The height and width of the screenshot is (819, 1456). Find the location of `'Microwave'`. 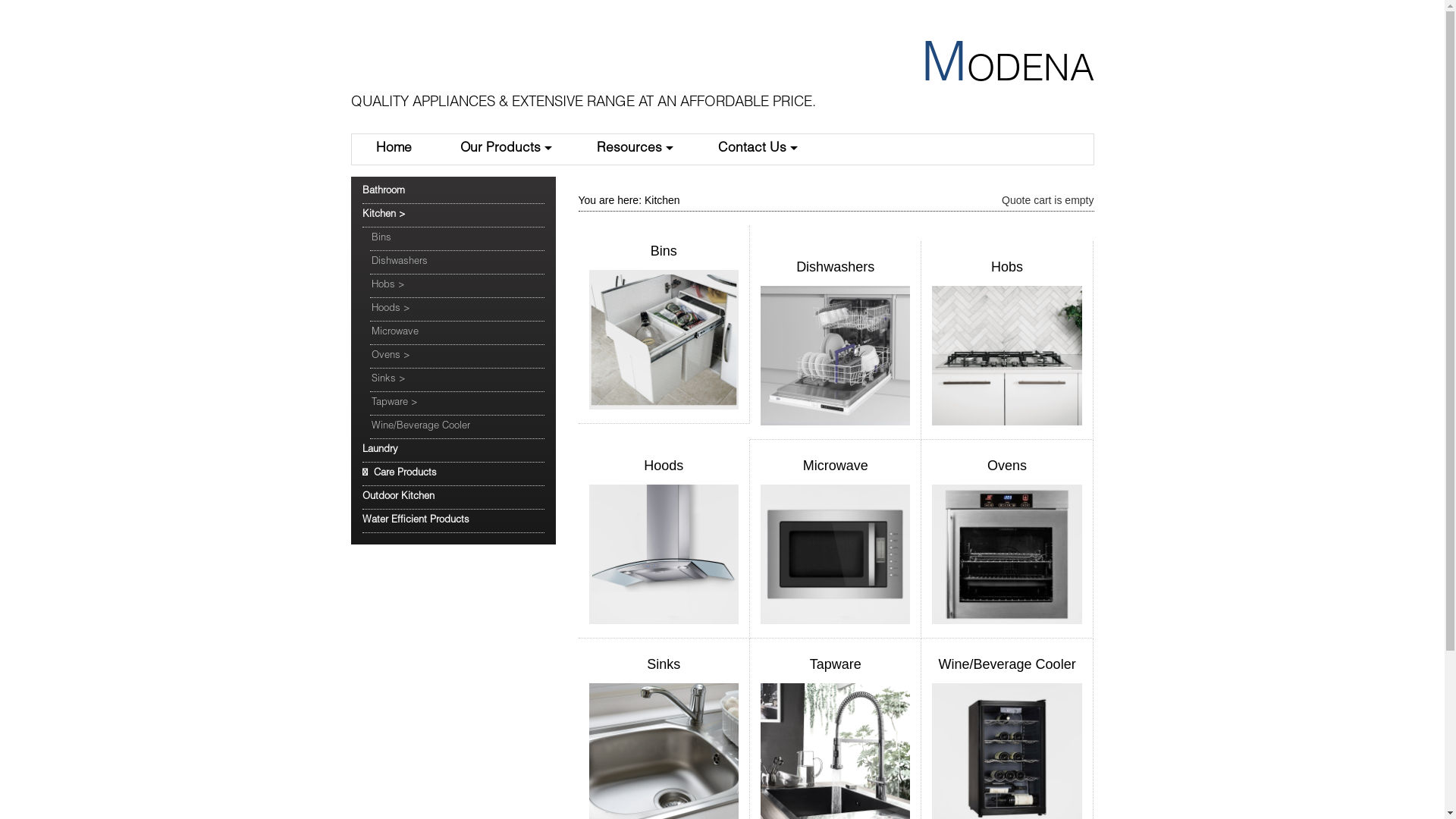

'Microwave' is located at coordinates (835, 464).